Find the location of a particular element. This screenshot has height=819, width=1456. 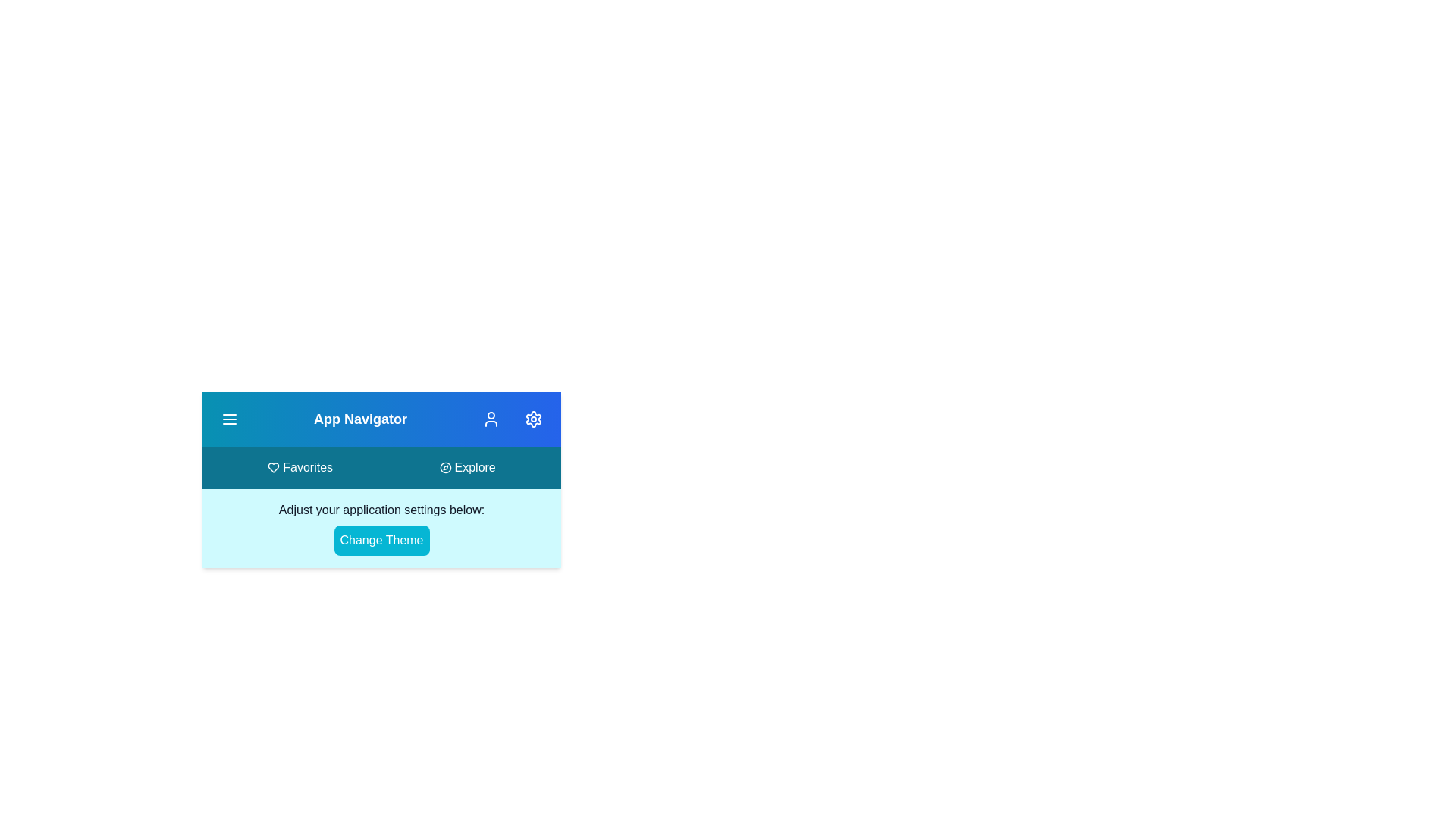

the teal-colored heart-shaped icon located in the top-left navigation bar near the 'Favorites' text is located at coordinates (274, 467).